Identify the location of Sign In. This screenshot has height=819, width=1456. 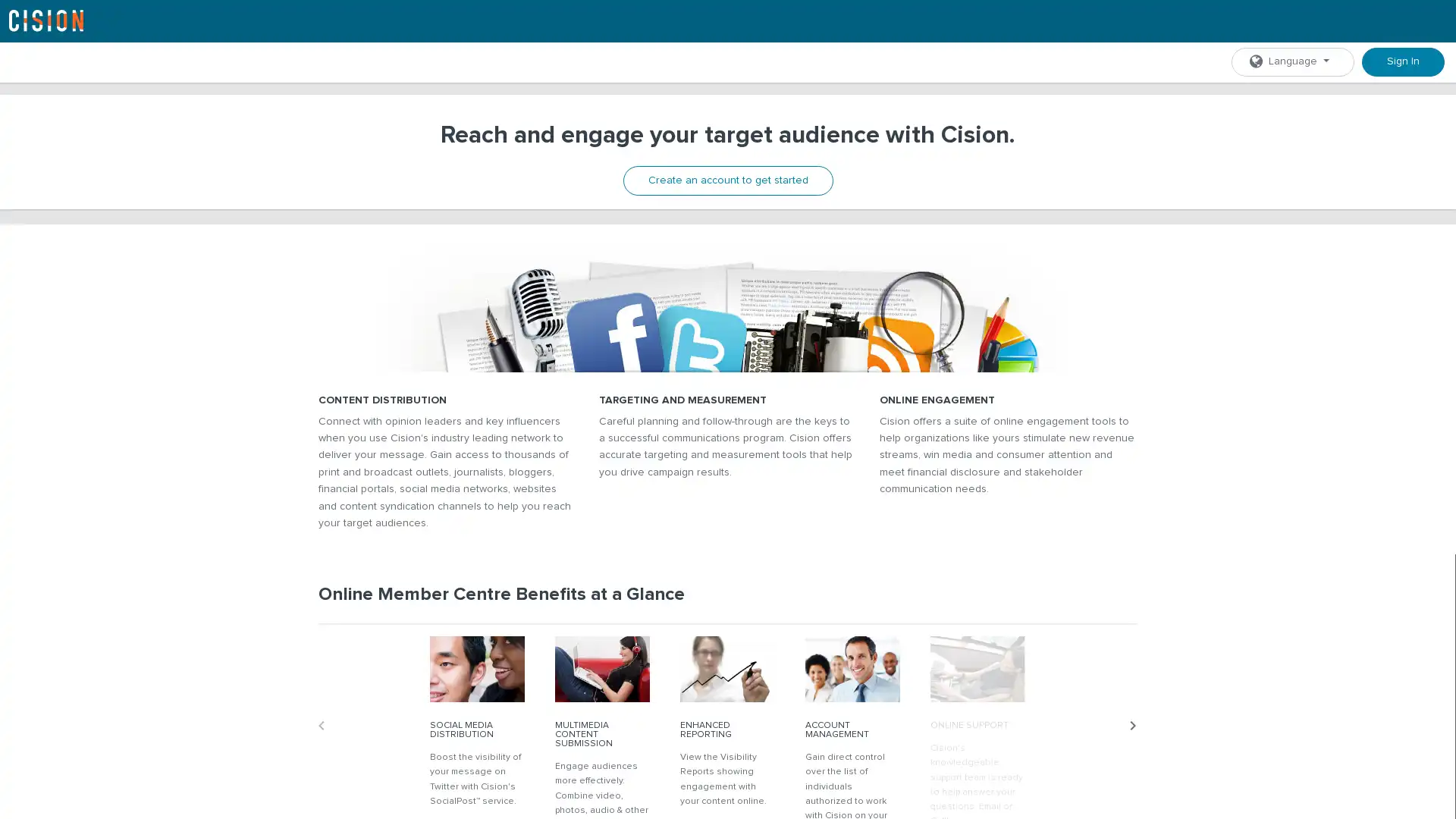
(1402, 61).